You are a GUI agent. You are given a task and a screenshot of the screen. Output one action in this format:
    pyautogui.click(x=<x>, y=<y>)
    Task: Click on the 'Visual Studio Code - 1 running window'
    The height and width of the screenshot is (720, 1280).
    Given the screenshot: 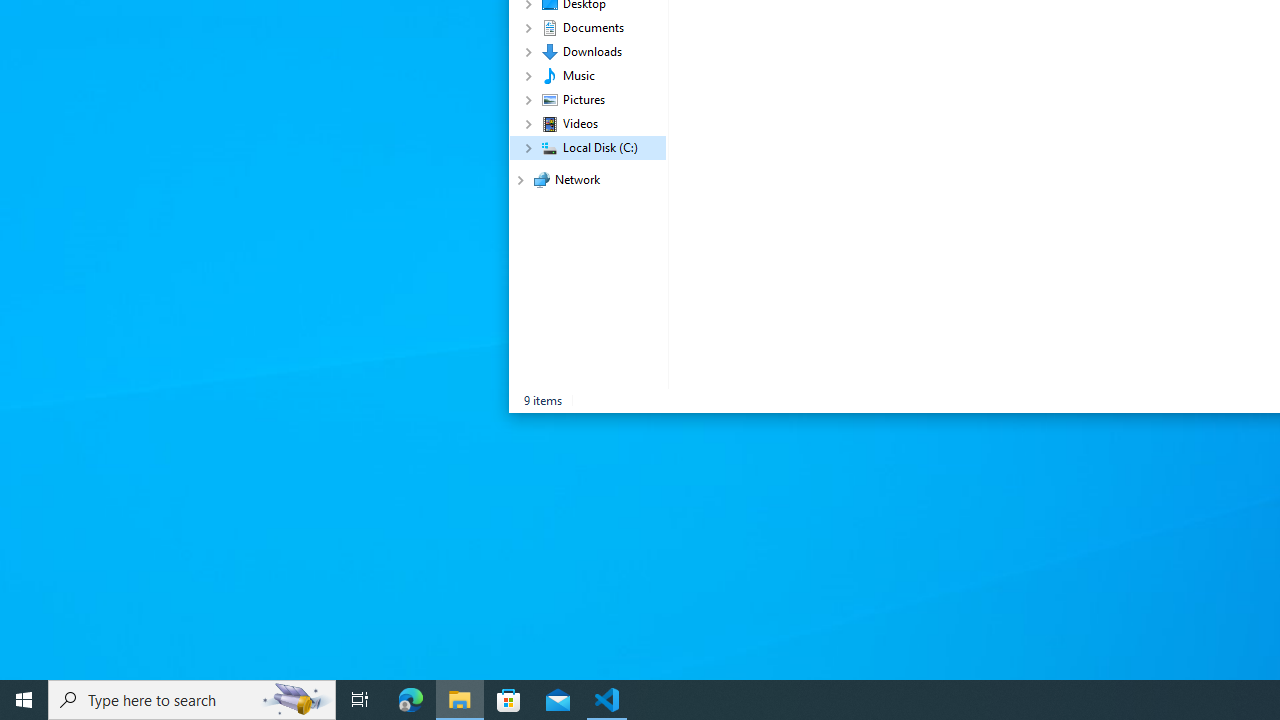 What is the action you would take?
    pyautogui.click(x=606, y=698)
    